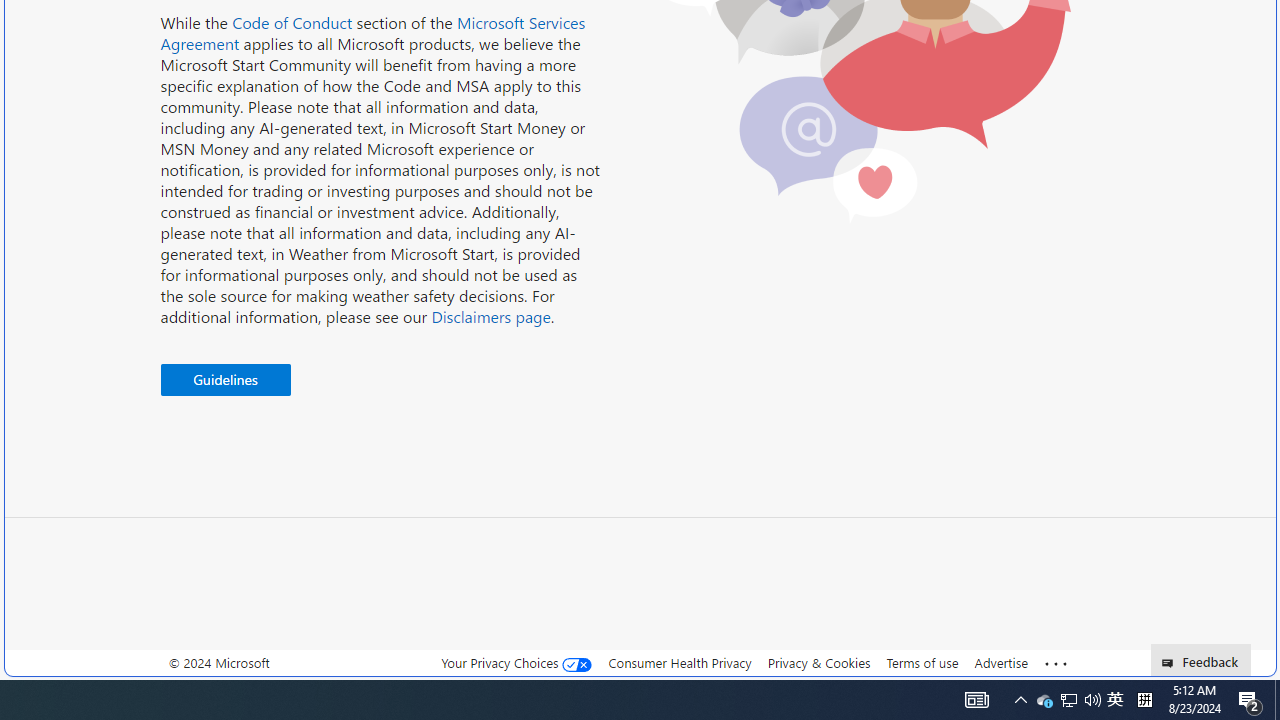 Image resolution: width=1280 pixels, height=720 pixels. Describe the element at coordinates (517, 663) in the screenshot. I see `'Your Privacy Choices'` at that location.